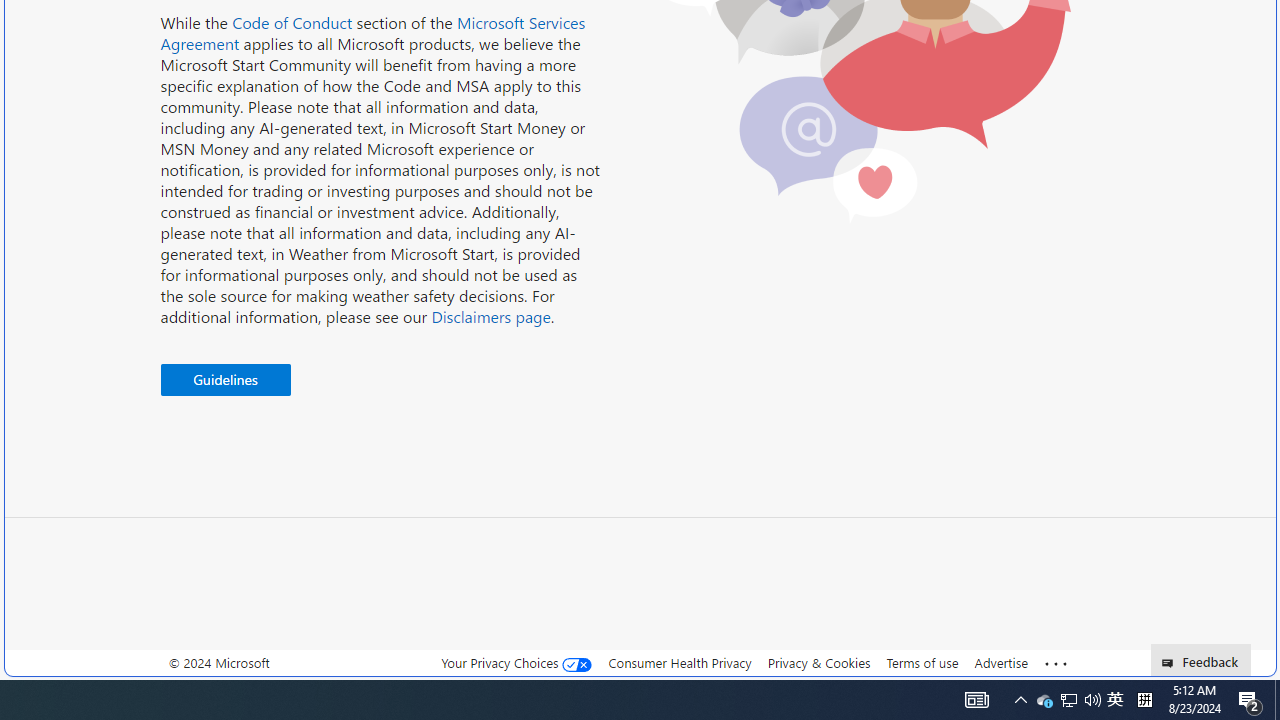 Image resolution: width=1280 pixels, height=720 pixels. Describe the element at coordinates (517, 663) in the screenshot. I see `'Your Privacy Choices'` at that location.